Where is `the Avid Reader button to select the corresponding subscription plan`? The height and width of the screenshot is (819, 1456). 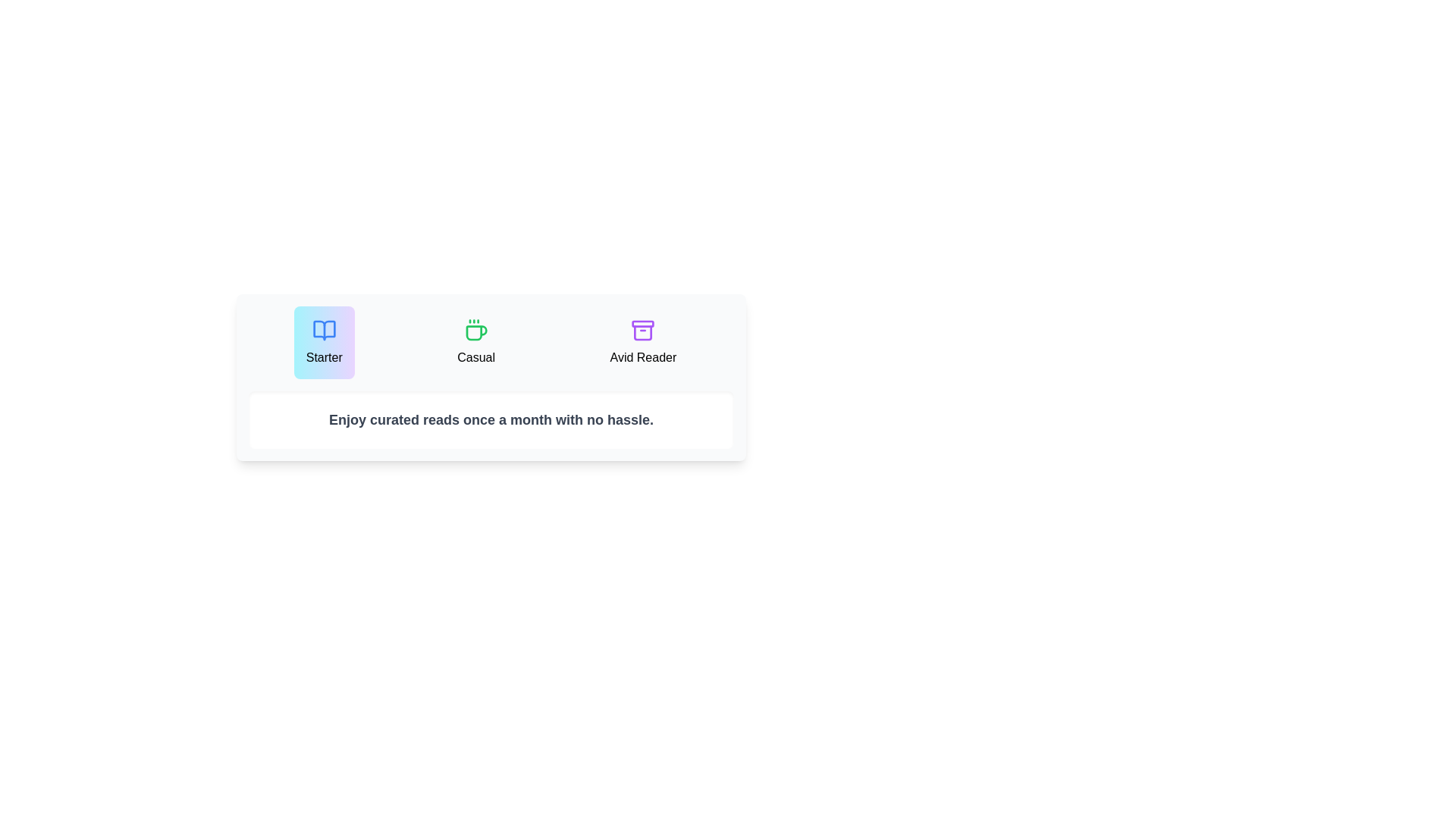
the Avid Reader button to select the corresponding subscription plan is located at coordinates (643, 342).